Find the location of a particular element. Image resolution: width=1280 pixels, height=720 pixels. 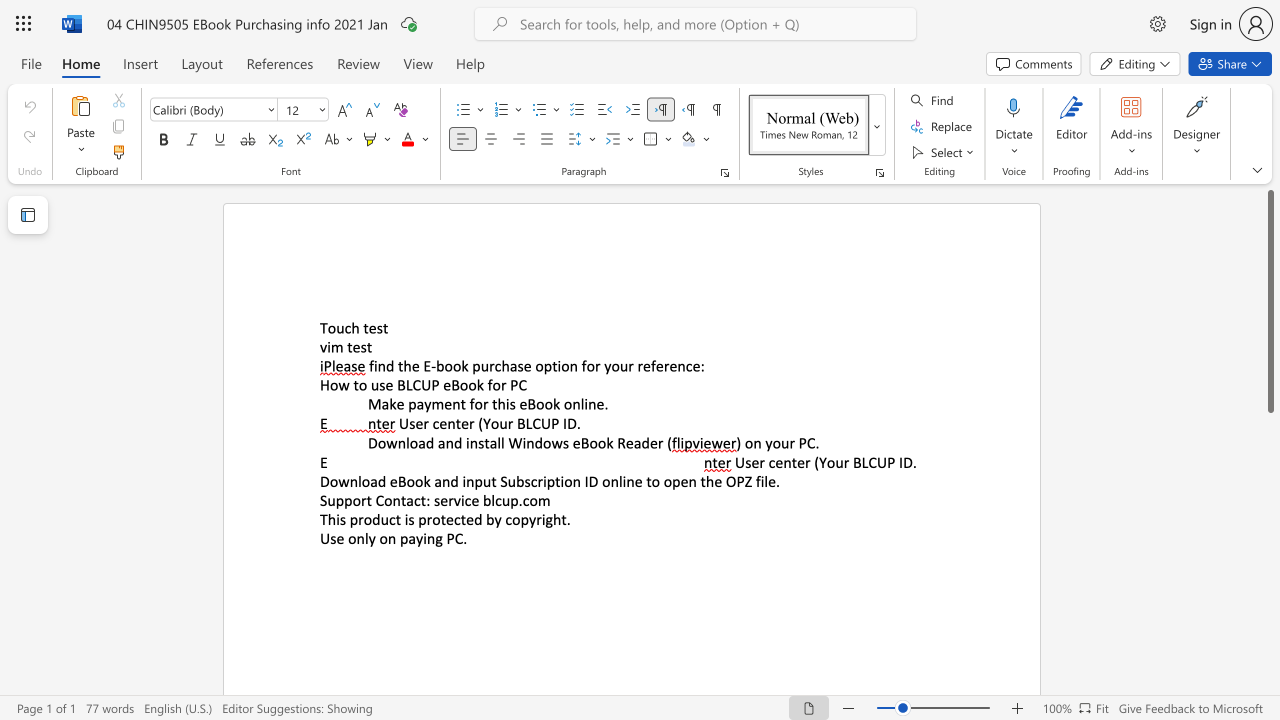

the 2th character "o" in the text is located at coordinates (614, 366).